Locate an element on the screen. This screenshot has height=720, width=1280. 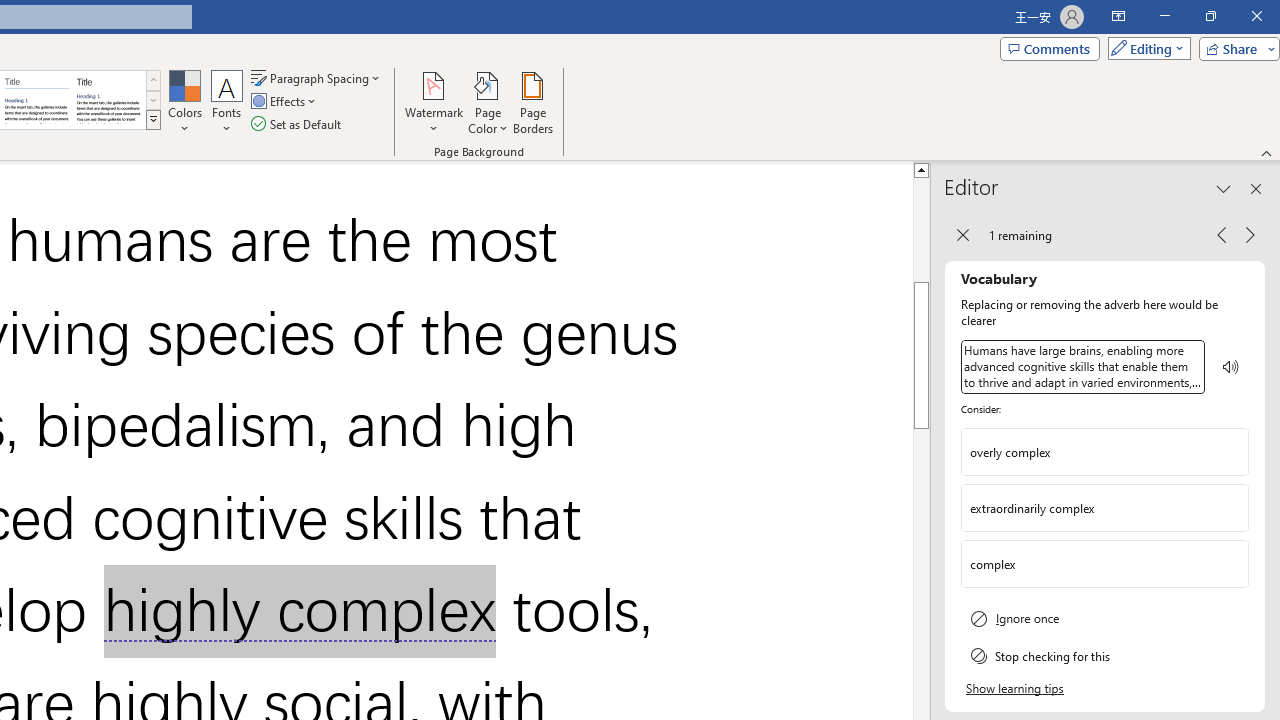
'Row Down' is located at coordinates (152, 100).